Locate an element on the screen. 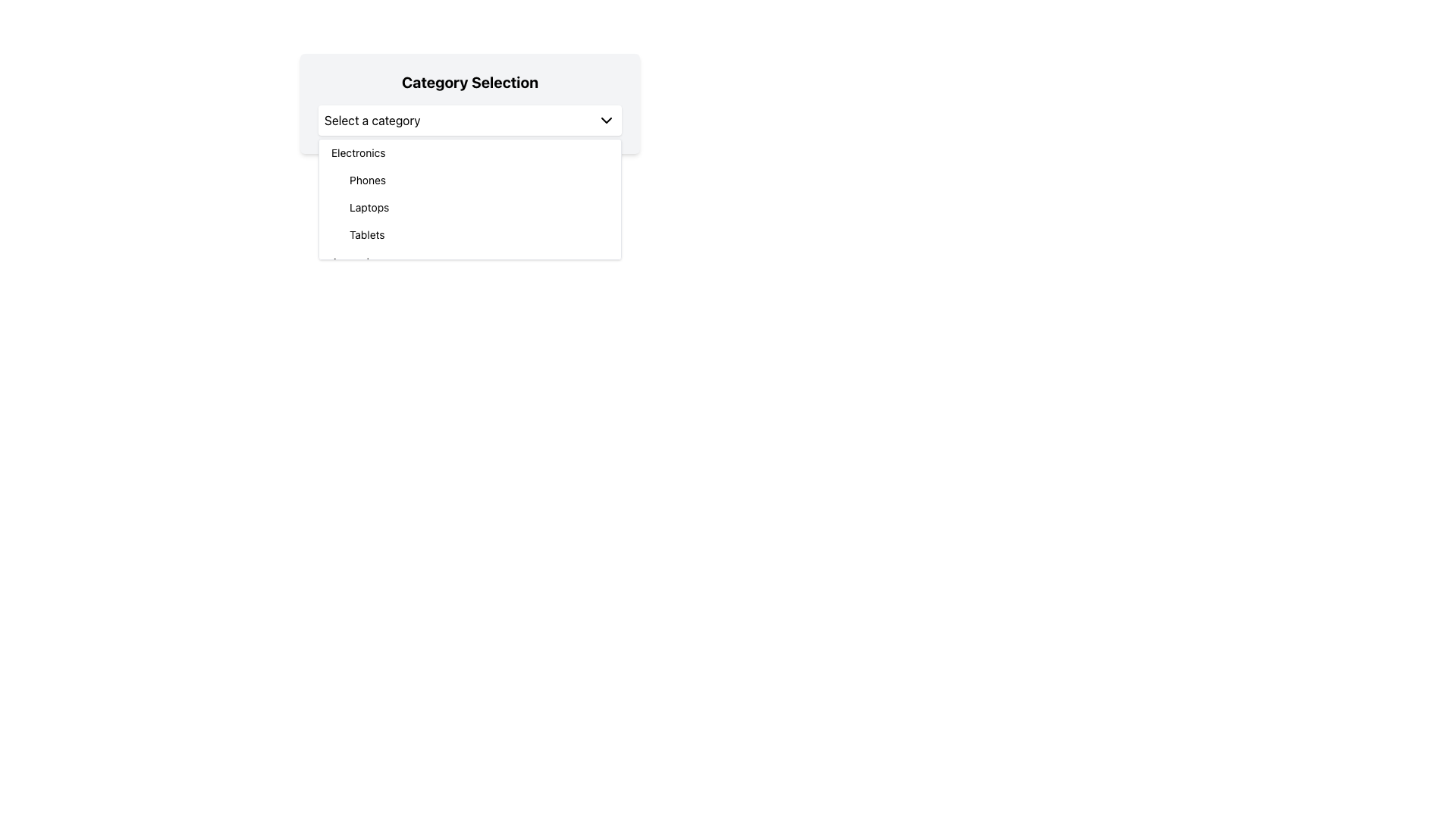  the Dropdown menu for category selection located within the card labeled 'Category Selection' is located at coordinates (469, 119).